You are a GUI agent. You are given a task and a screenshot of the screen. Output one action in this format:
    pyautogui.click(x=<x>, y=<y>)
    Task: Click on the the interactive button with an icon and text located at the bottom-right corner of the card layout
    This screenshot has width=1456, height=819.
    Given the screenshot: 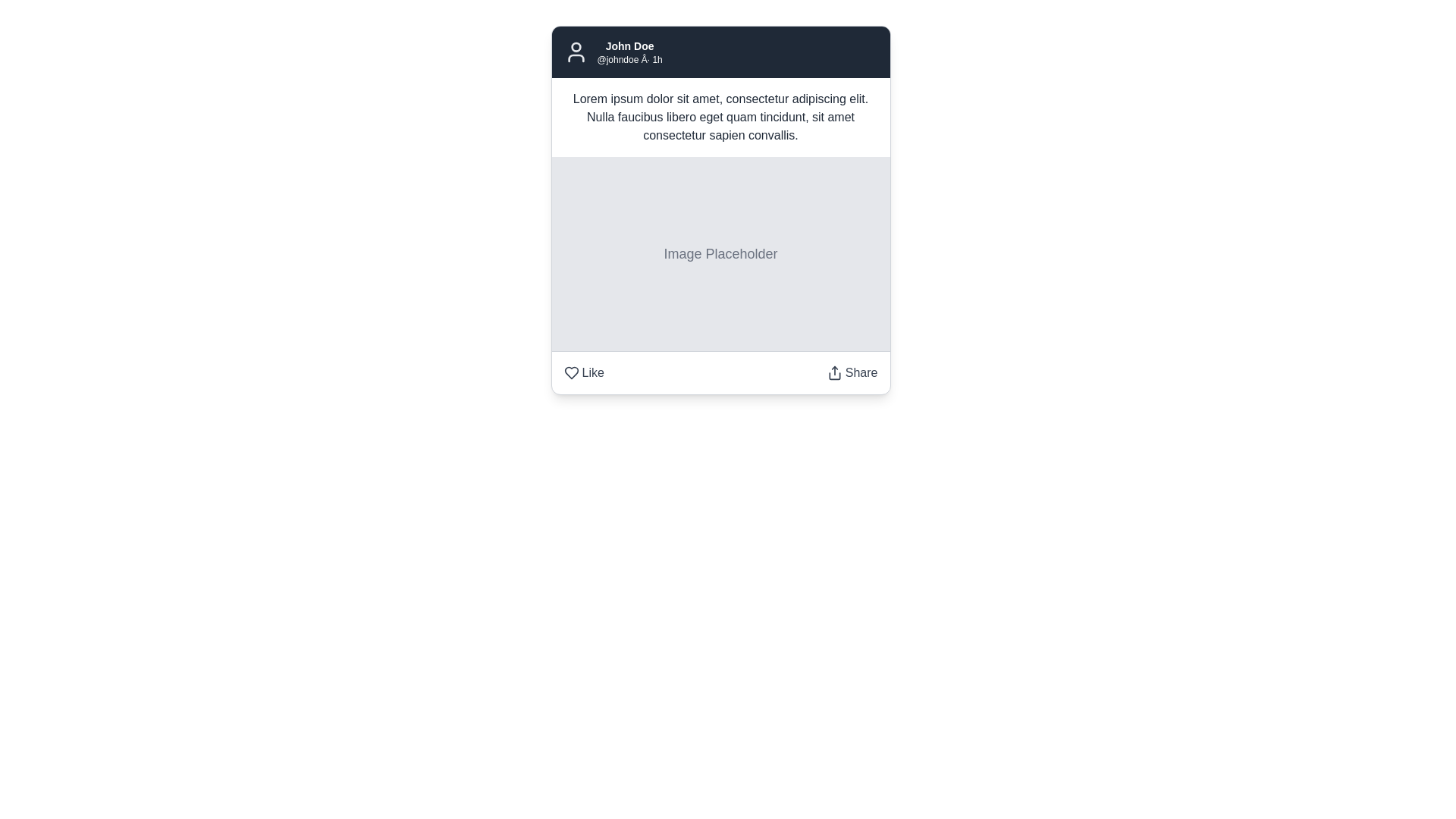 What is the action you would take?
    pyautogui.click(x=852, y=373)
    